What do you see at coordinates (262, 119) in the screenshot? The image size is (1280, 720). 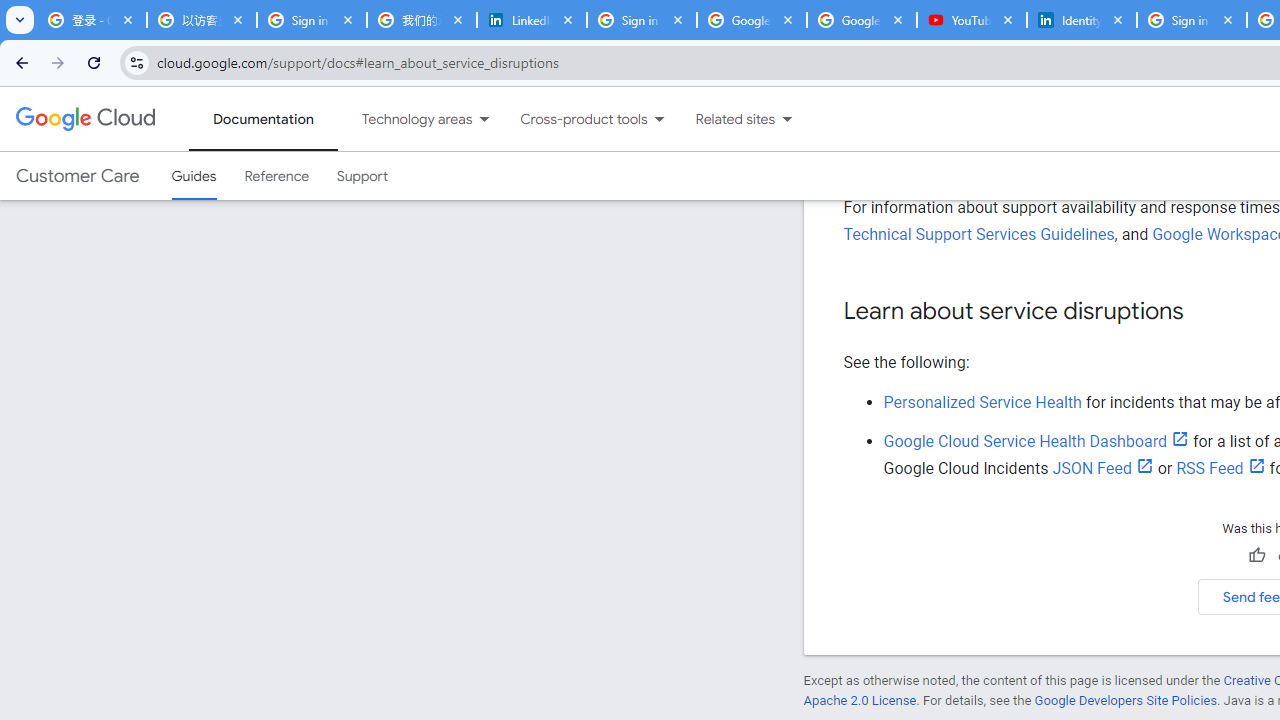 I see `'Documentation, selected'` at bounding box center [262, 119].